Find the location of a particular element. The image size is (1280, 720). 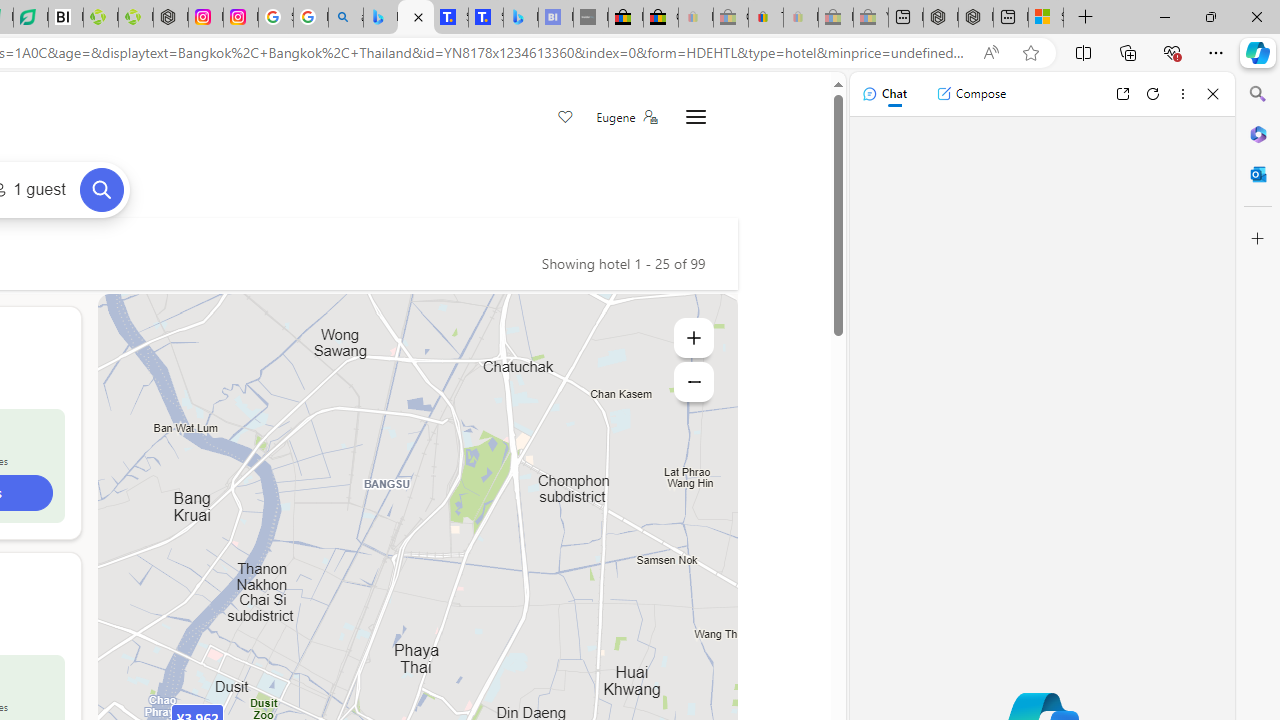

'Nordace - Nordace Edin Collection' is located at coordinates (170, 17).